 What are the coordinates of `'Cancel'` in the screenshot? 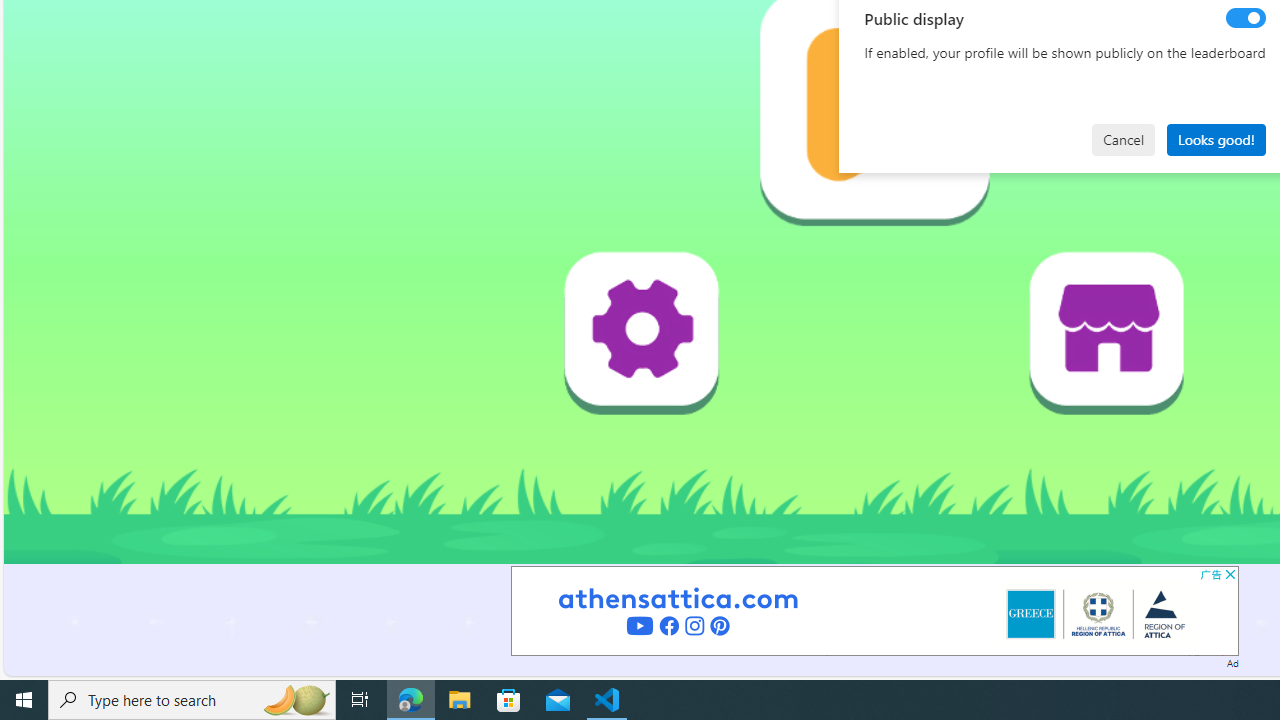 It's located at (1123, 138).